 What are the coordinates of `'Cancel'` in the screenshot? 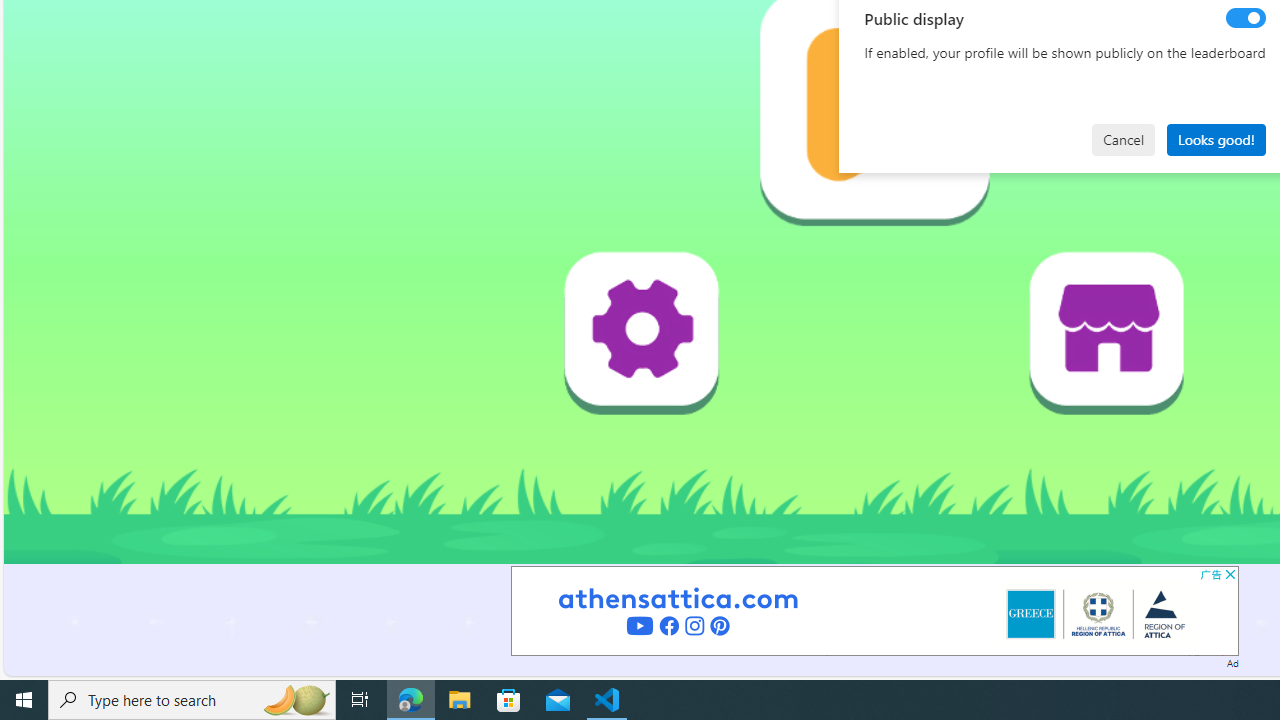 It's located at (1123, 138).